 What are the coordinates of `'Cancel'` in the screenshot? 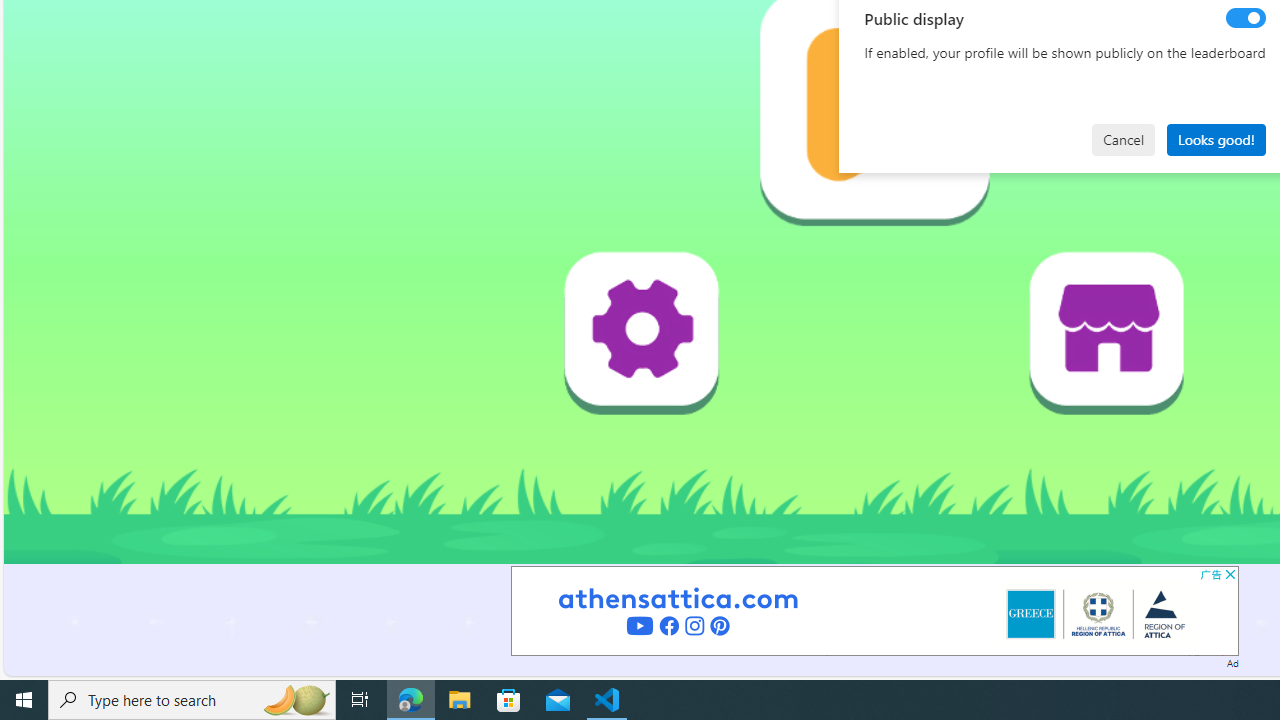 It's located at (1123, 138).